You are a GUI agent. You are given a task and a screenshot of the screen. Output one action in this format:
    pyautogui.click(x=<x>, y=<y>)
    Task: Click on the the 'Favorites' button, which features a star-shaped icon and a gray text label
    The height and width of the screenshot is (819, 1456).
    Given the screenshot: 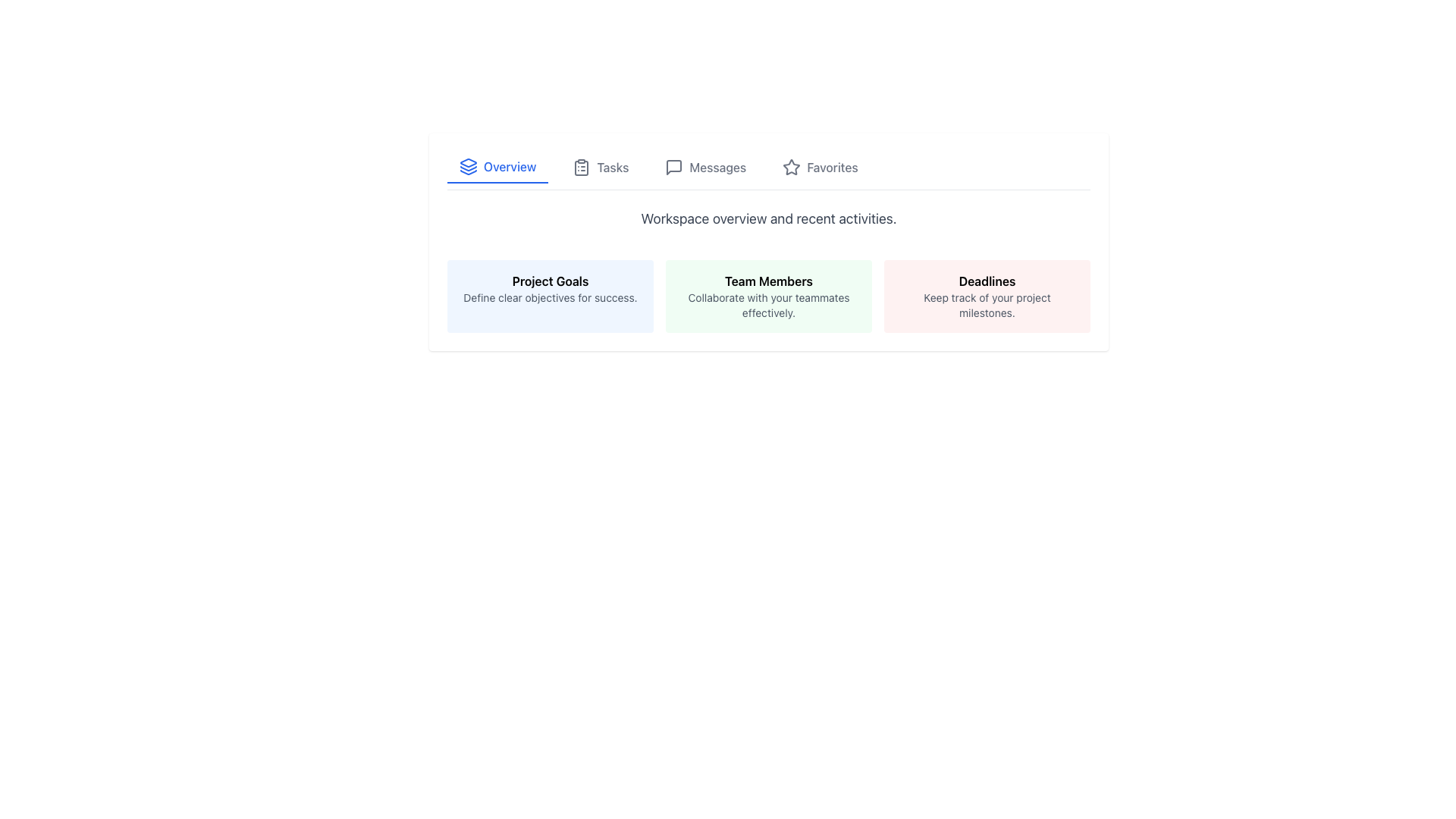 What is the action you would take?
    pyautogui.click(x=819, y=167)
    